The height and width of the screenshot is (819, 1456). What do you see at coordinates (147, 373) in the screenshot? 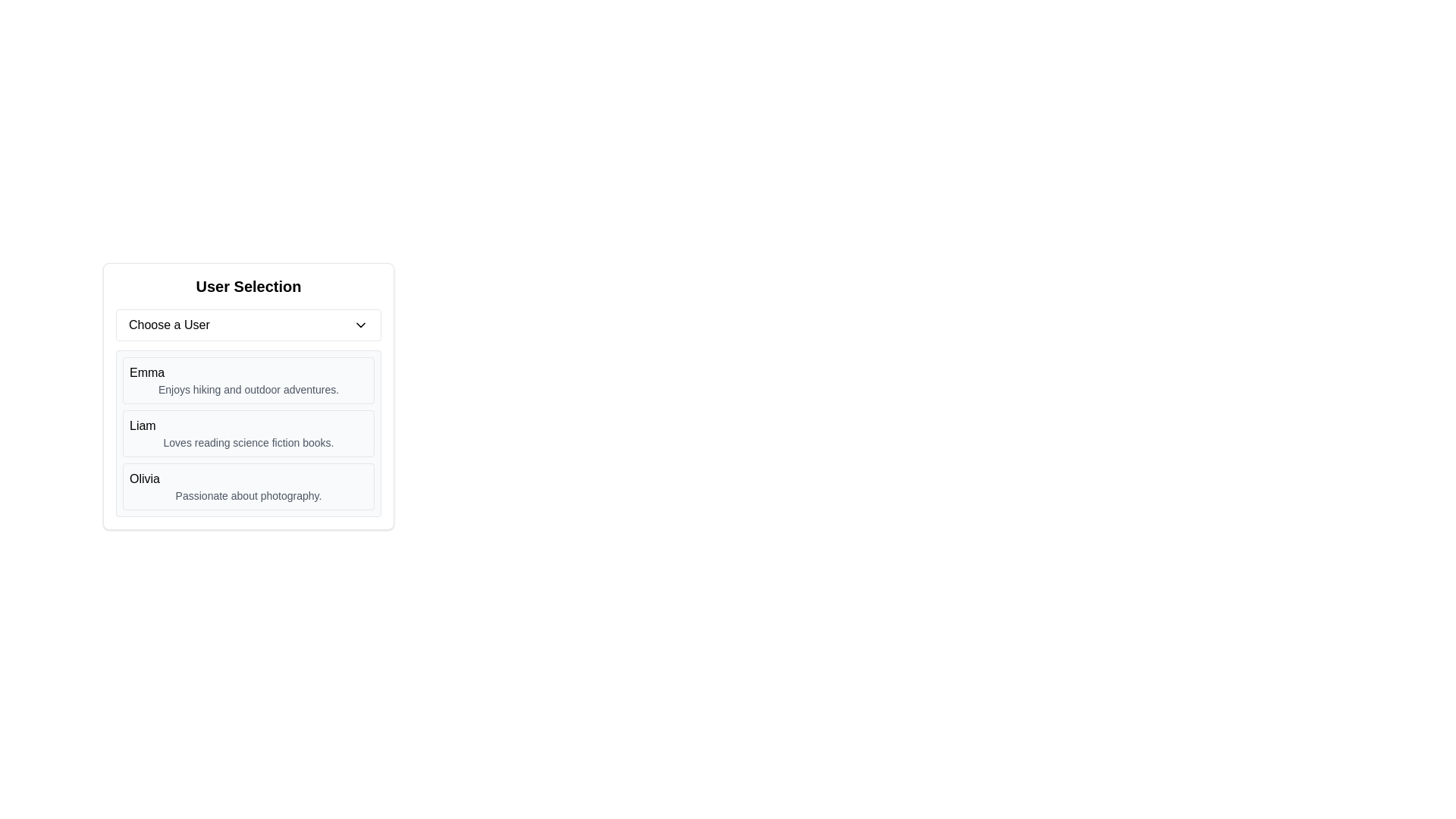
I see `the static text label that displays the user's first name, located under the 'Choose a User' dropdown in the user data list` at bounding box center [147, 373].